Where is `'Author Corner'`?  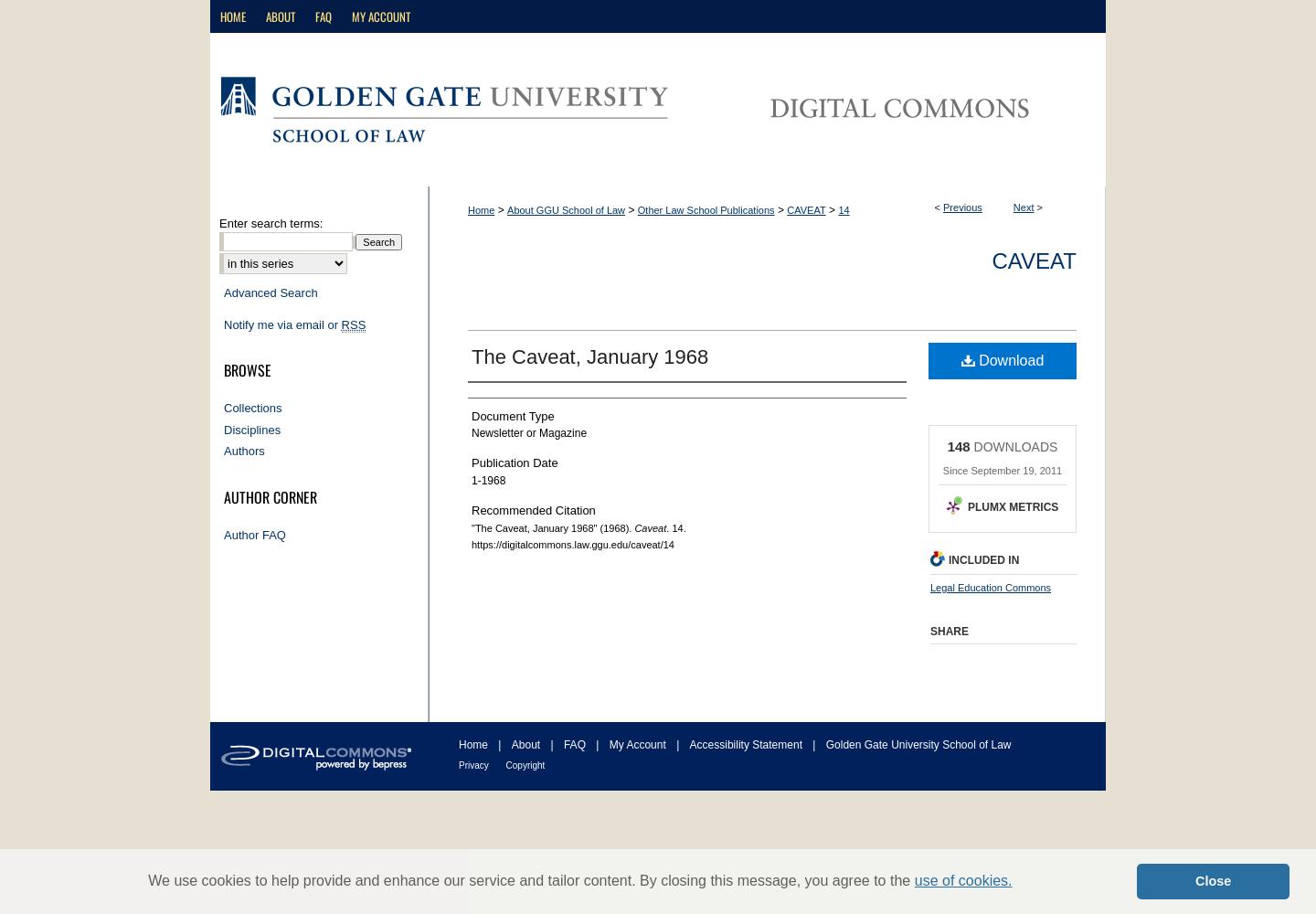
'Author Corner' is located at coordinates (270, 496).